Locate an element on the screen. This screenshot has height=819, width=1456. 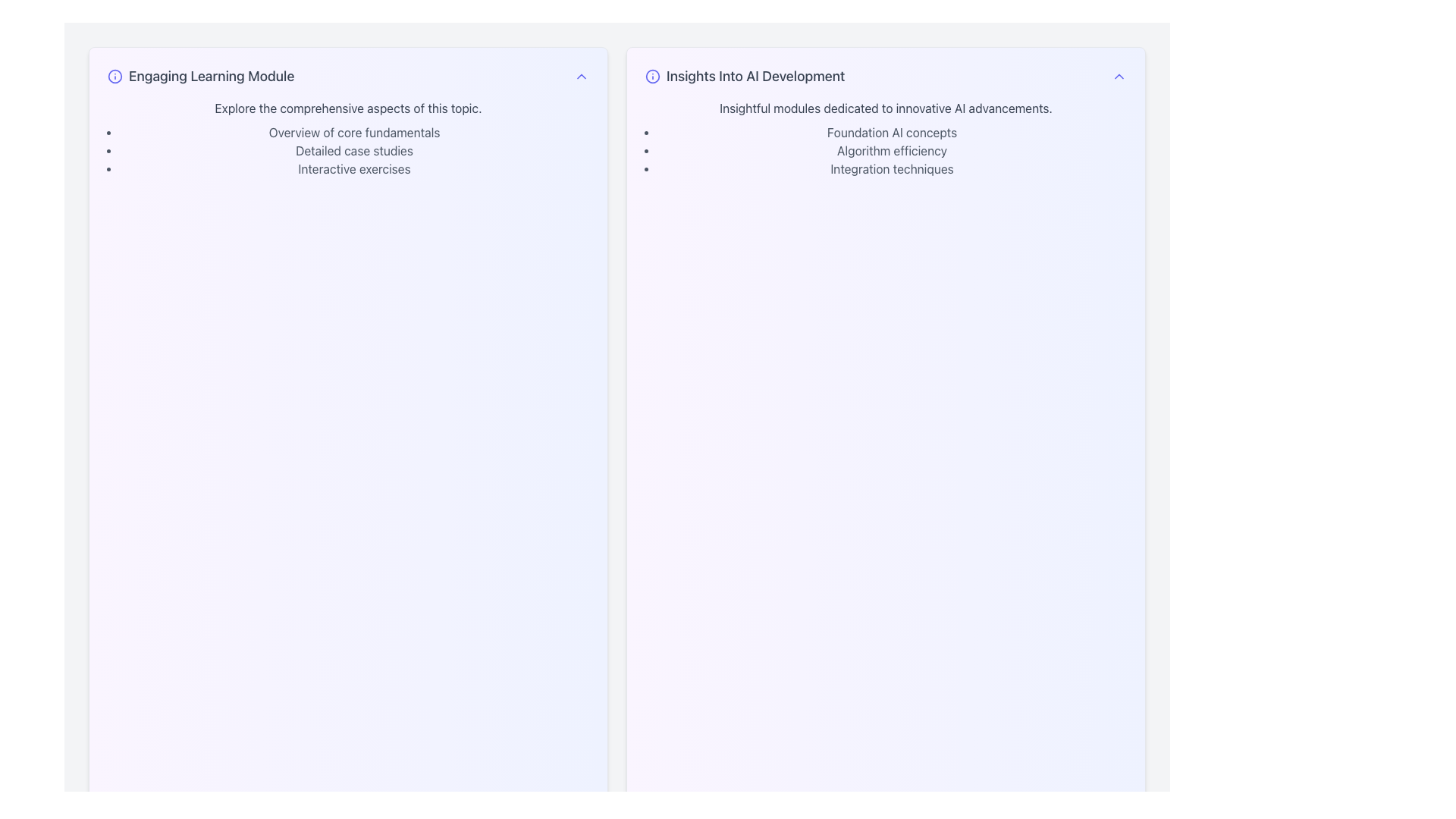
the third item in the bulleted list under the 'Engaging Learning Module' titled 'Detailed case studies' is located at coordinates (353, 169).